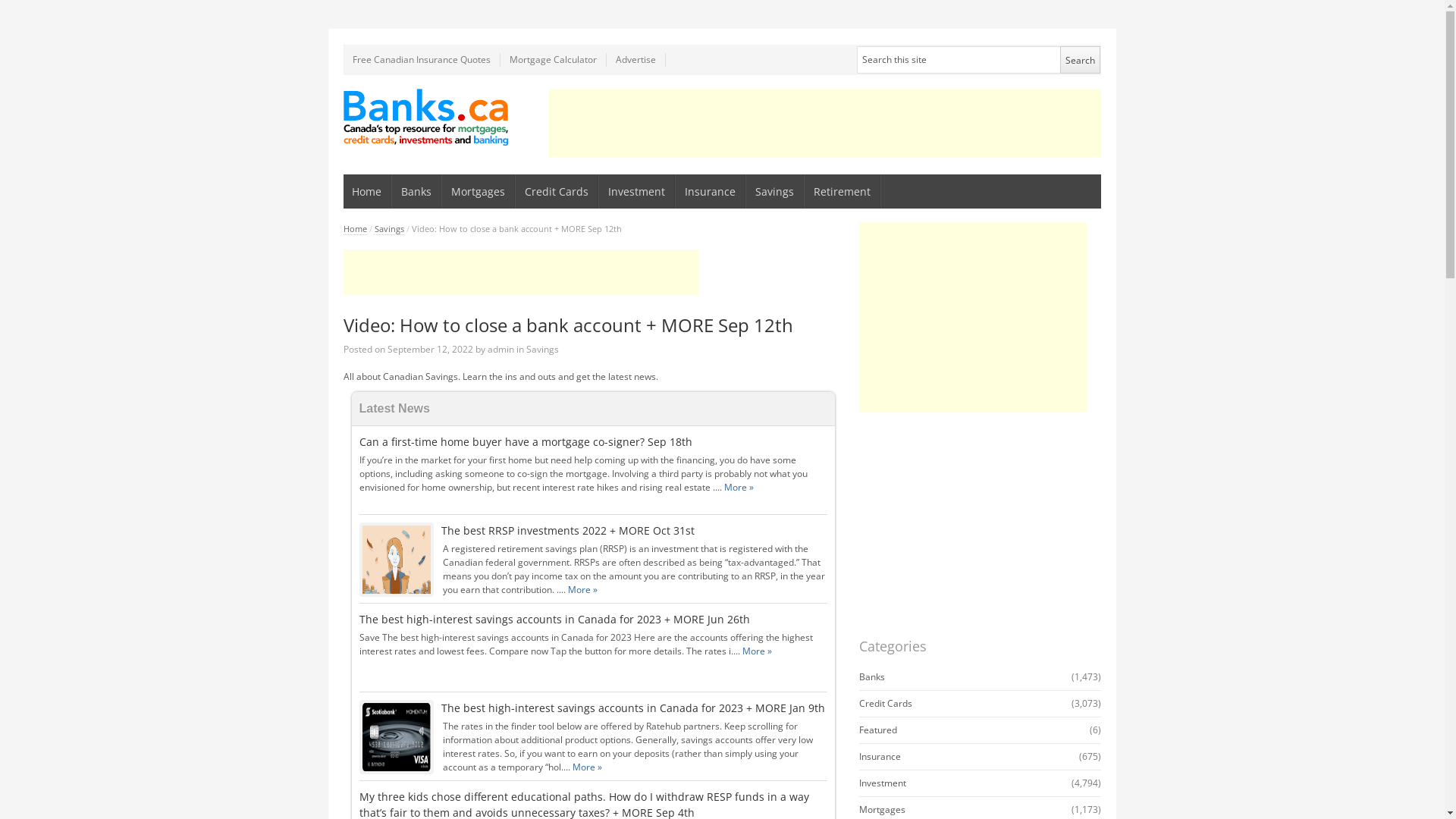 The image size is (1456, 819). What do you see at coordinates (542, 349) in the screenshot?
I see `'Savings'` at bounding box center [542, 349].